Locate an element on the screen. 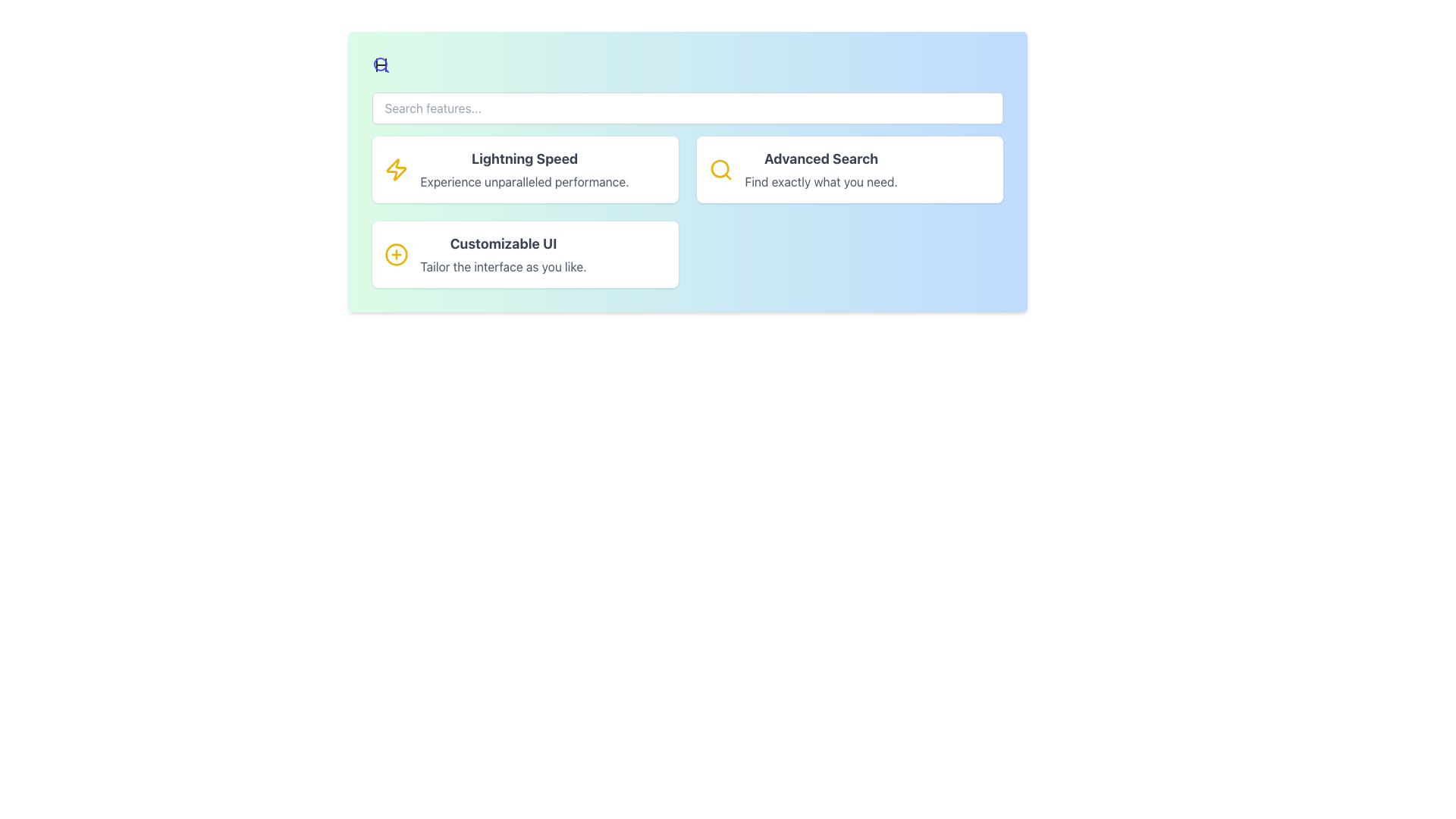 This screenshot has width=1456, height=819. the circular lens of the search icon representing the magnifying glass, located on the left side of the interface is located at coordinates (719, 168).